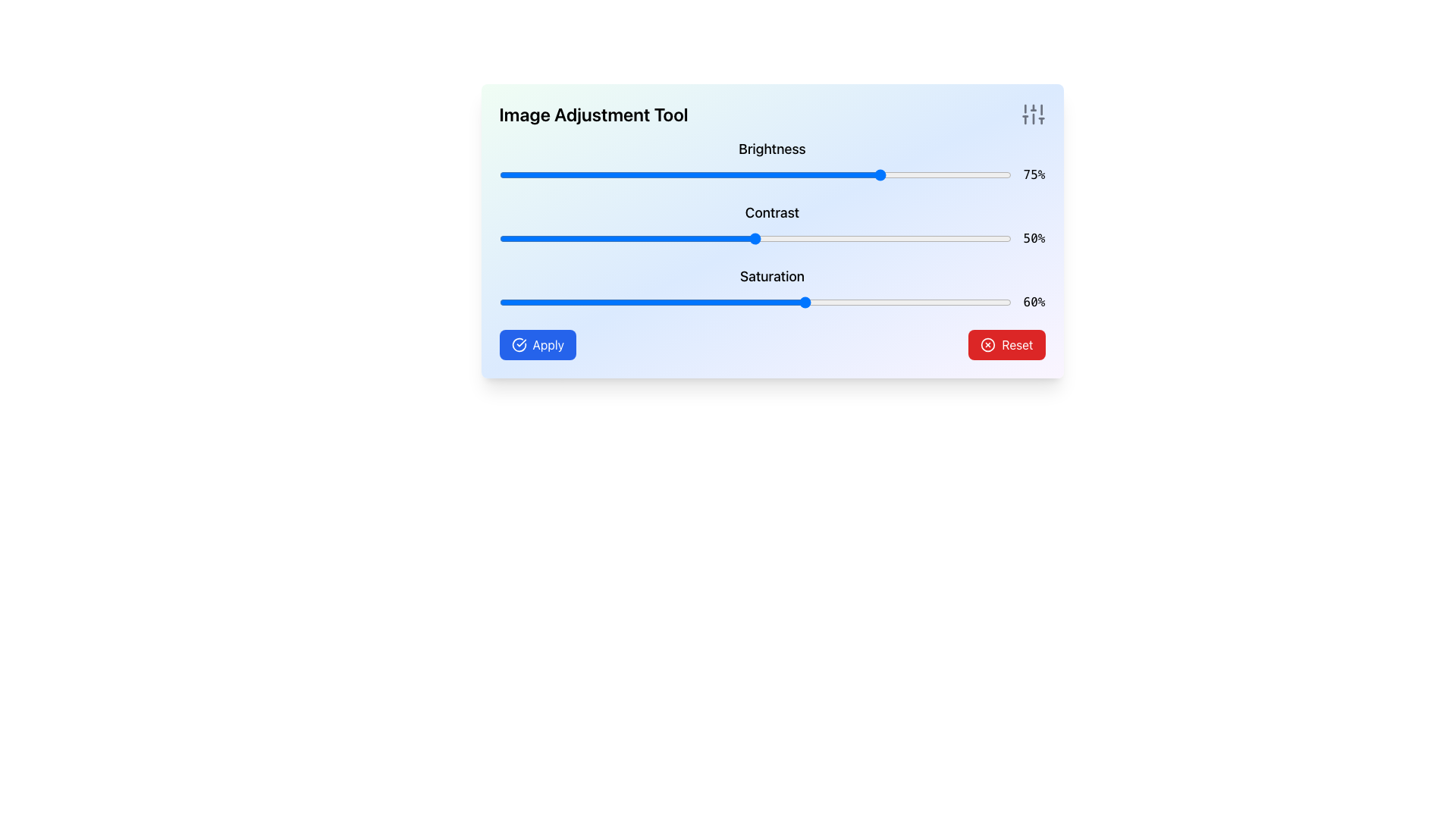  Describe the element at coordinates (1017, 345) in the screenshot. I see `the text label within the red button located at the bottom-right corner of the interface, which indicates the function to reset settings or data` at that location.